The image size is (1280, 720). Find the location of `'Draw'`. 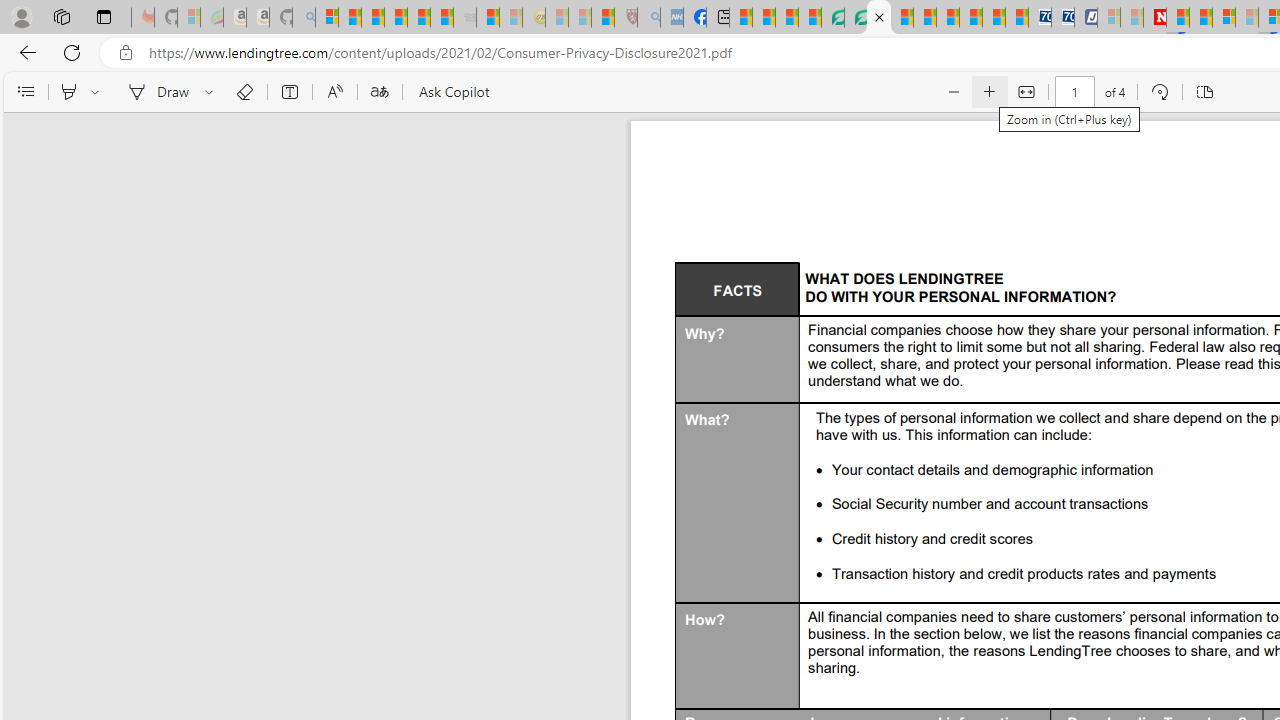

'Draw' is located at coordinates (154, 92).